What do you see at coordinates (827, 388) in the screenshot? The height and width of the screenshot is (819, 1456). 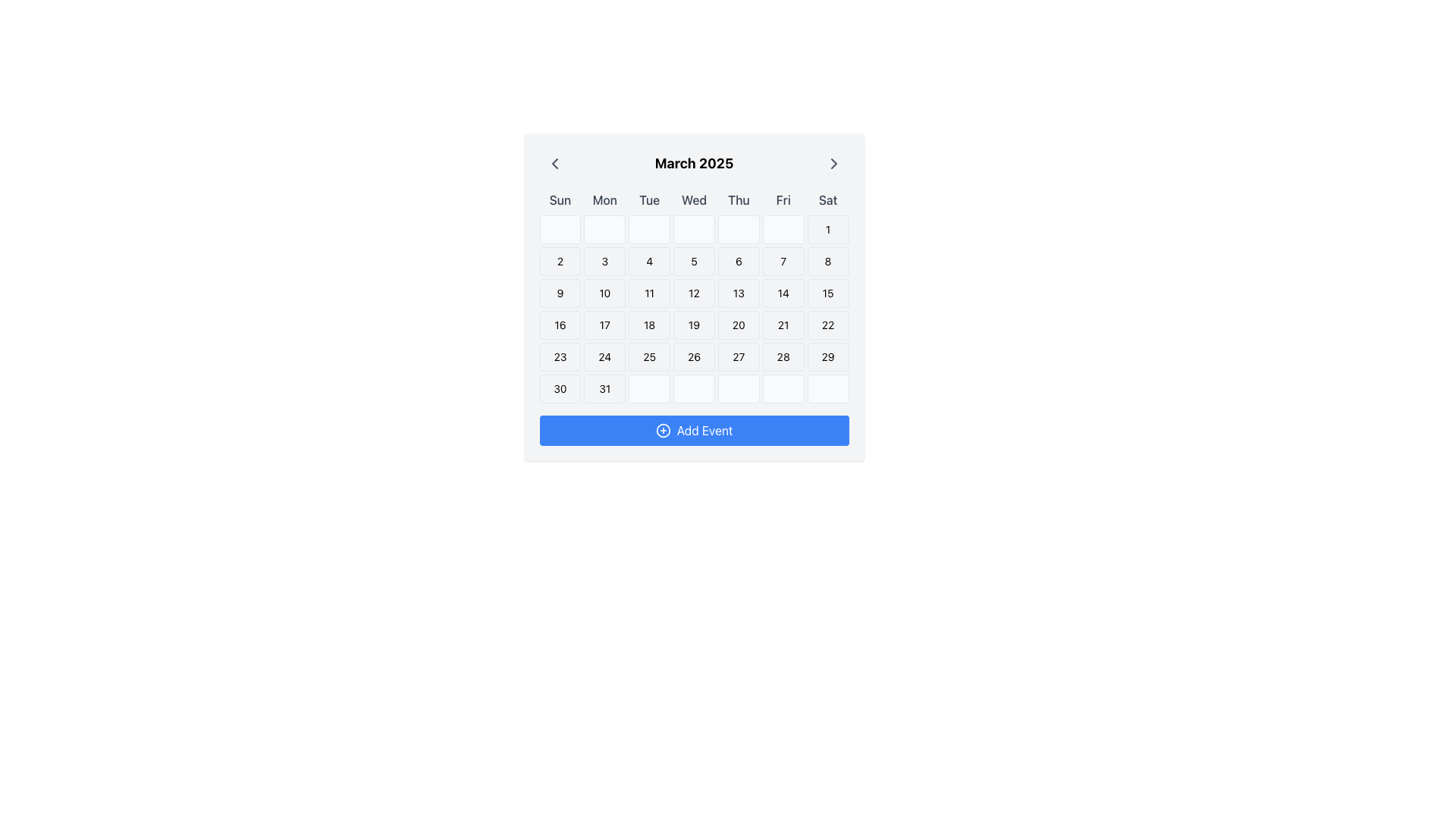 I see `the last cell of the calendar grid for March 2025, which has a light gray background and rounded corners` at bounding box center [827, 388].